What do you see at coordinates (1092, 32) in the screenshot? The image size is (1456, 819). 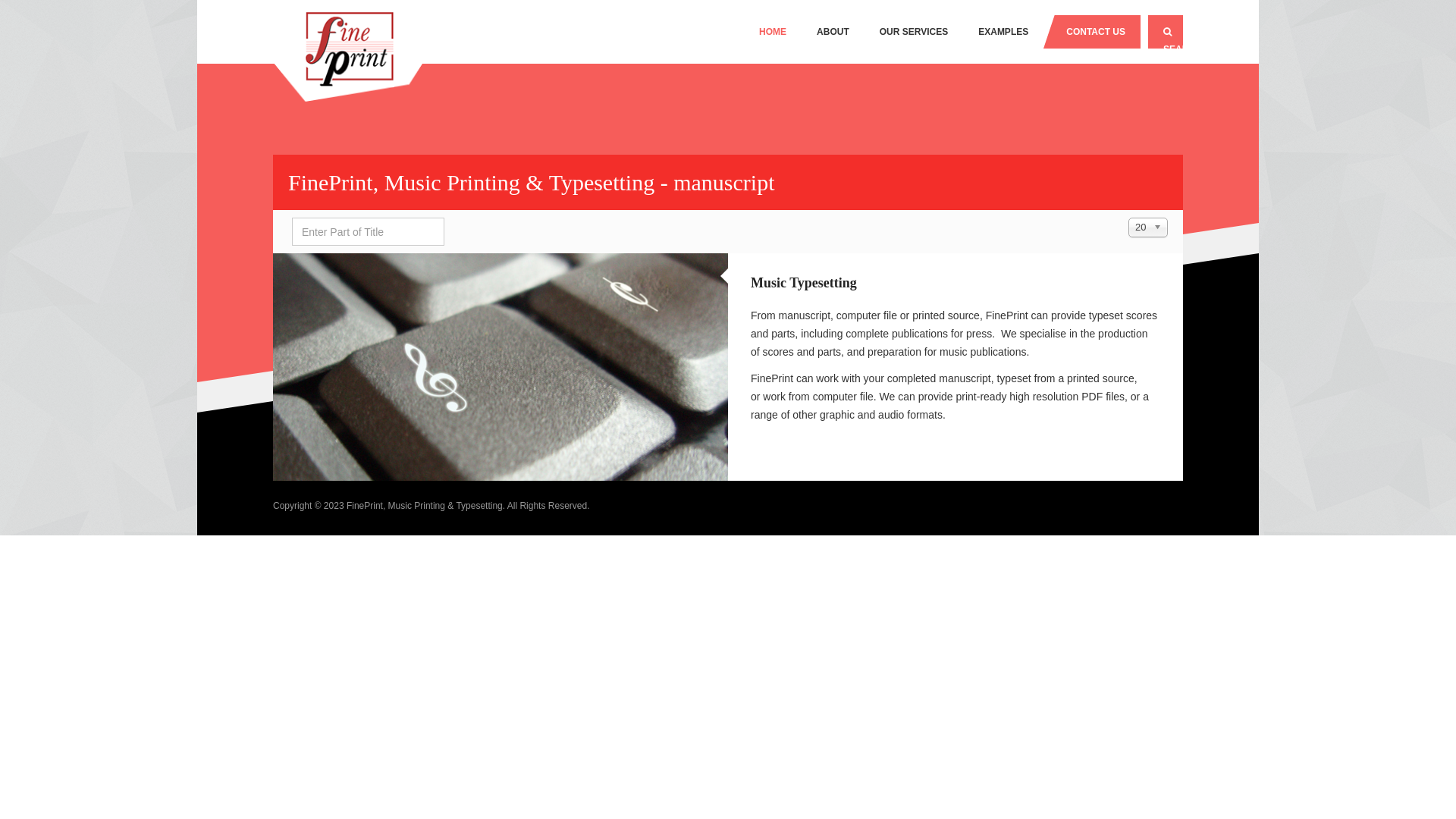 I see `'CONTACT US'` at bounding box center [1092, 32].